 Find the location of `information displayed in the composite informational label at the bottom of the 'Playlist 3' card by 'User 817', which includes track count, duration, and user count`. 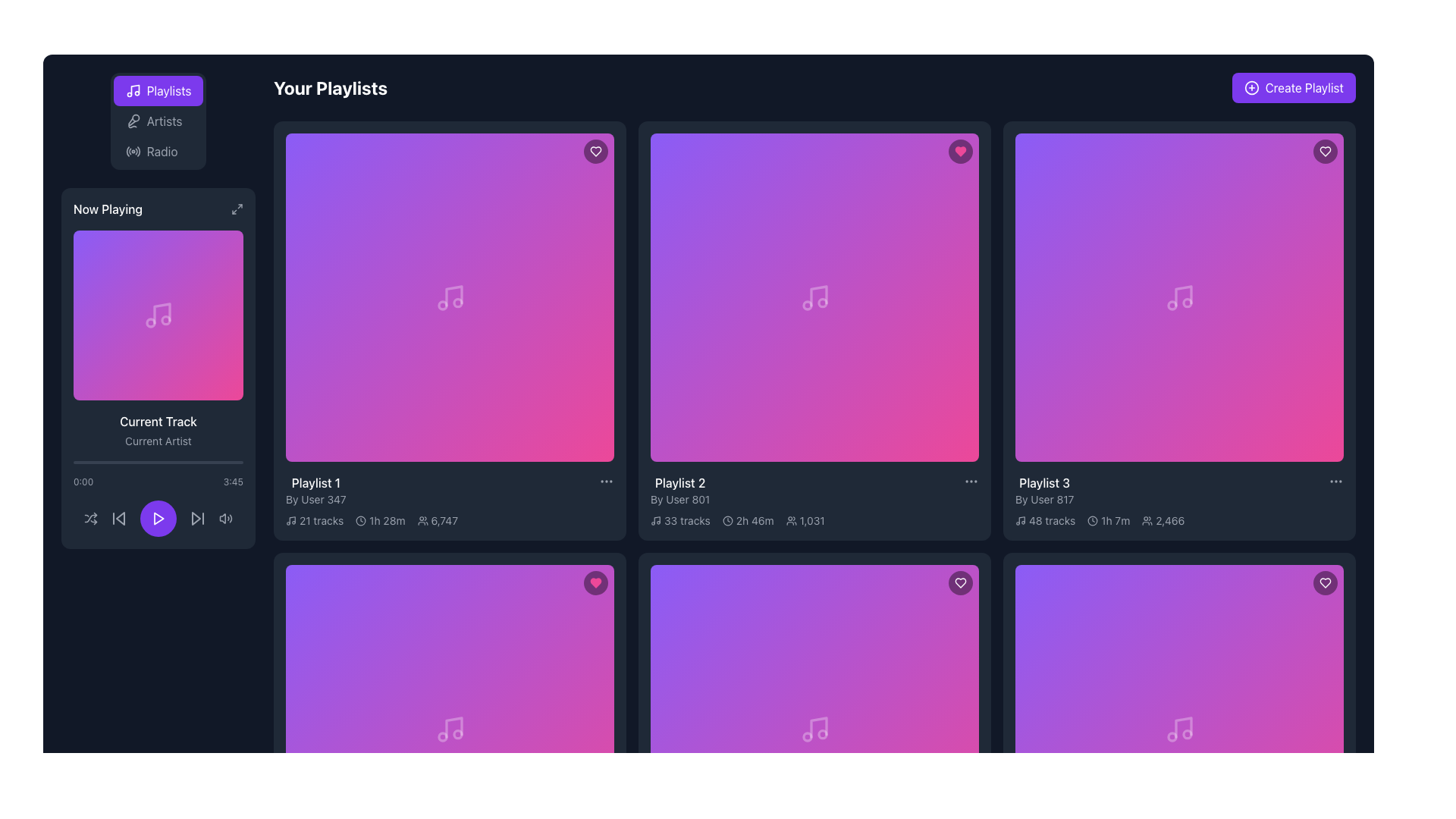

information displayed in the composite informational label at the bottom of the 'Playlist 3' card by 'User 817', which includes track count, duration, and user count is located at coordinates (1178, 519).